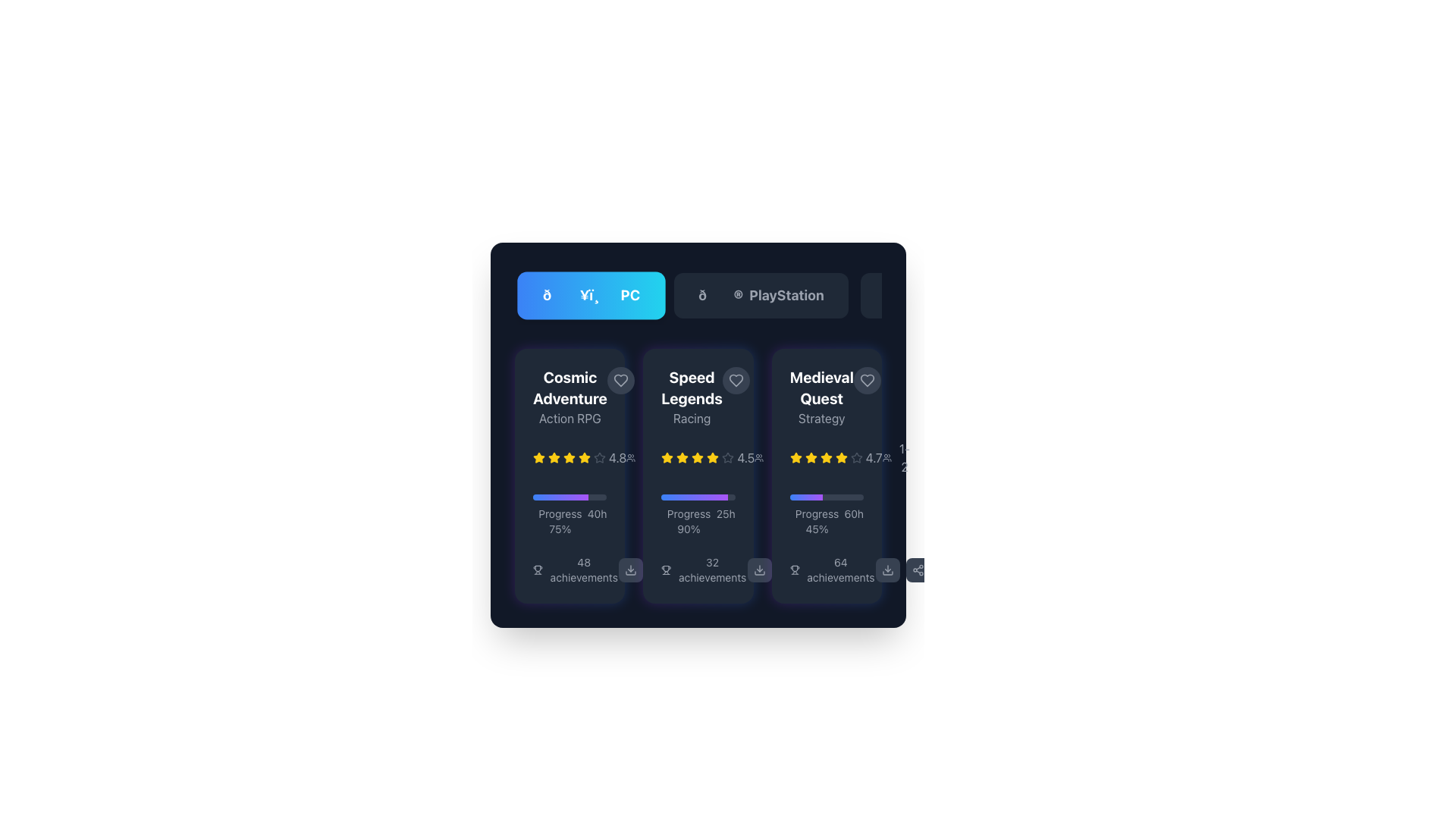 Image resolution: width=1456 pixels, height=819 pixels. What do you see at coordinates (591, 295) in the screenshot?
I see `the blue to cyan gradient button labeled 'PC' with an emoji` at bounding box center [591, 295].